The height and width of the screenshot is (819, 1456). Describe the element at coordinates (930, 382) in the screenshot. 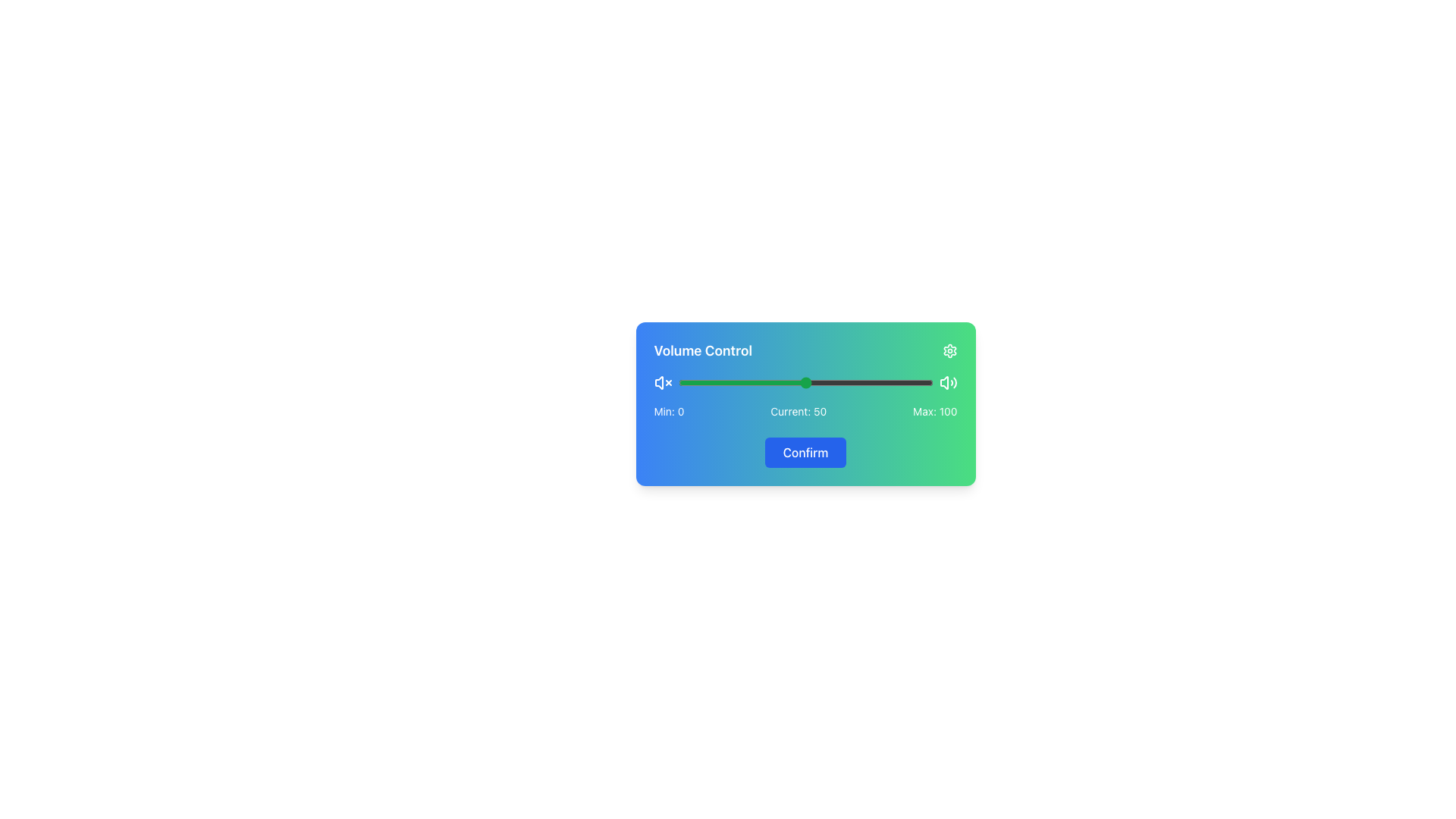

I see `the volume slider` at that location.